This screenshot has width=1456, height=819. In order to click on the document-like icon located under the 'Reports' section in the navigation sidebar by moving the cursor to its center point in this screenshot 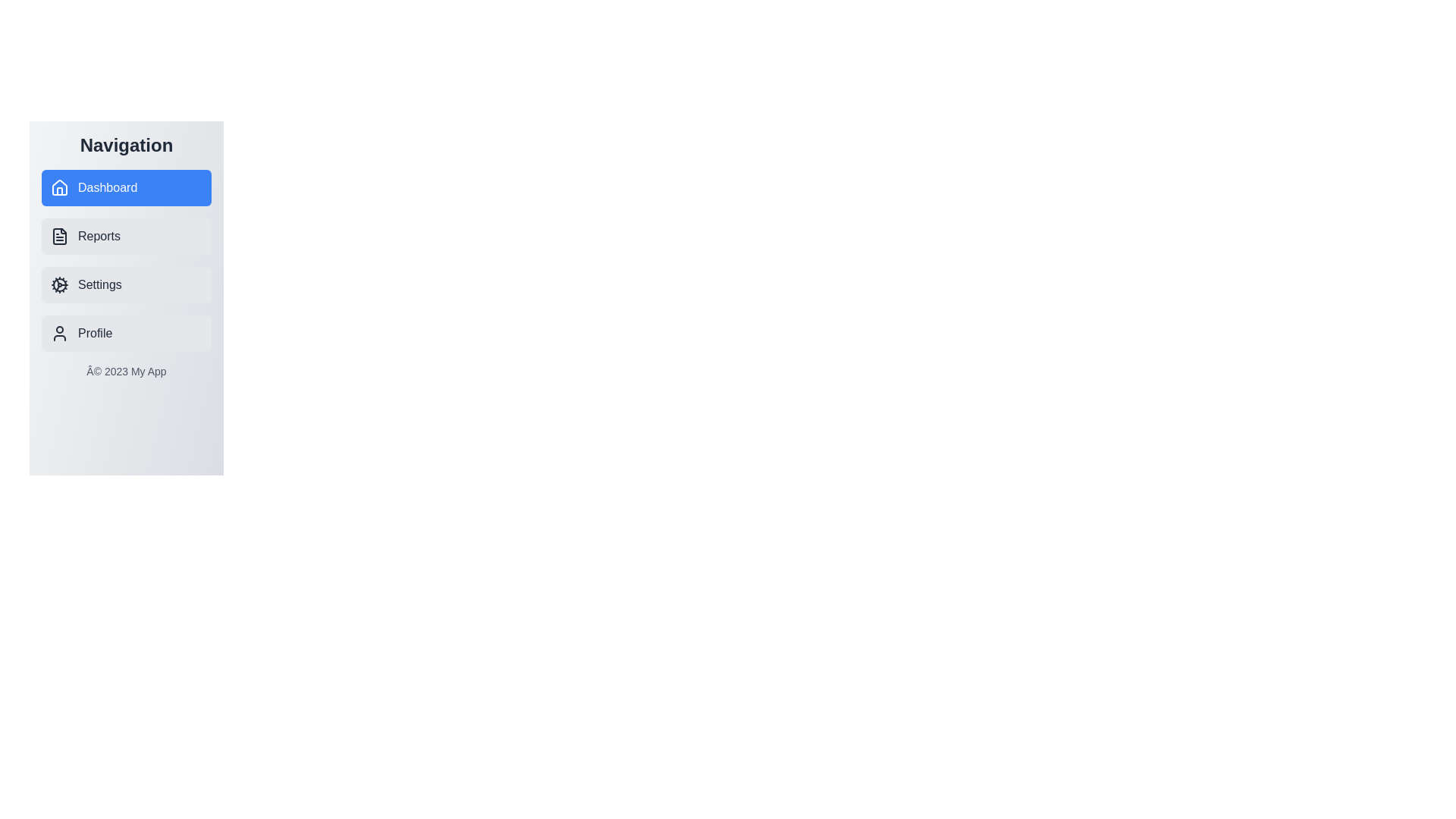, I will do `click(59, 237)`.